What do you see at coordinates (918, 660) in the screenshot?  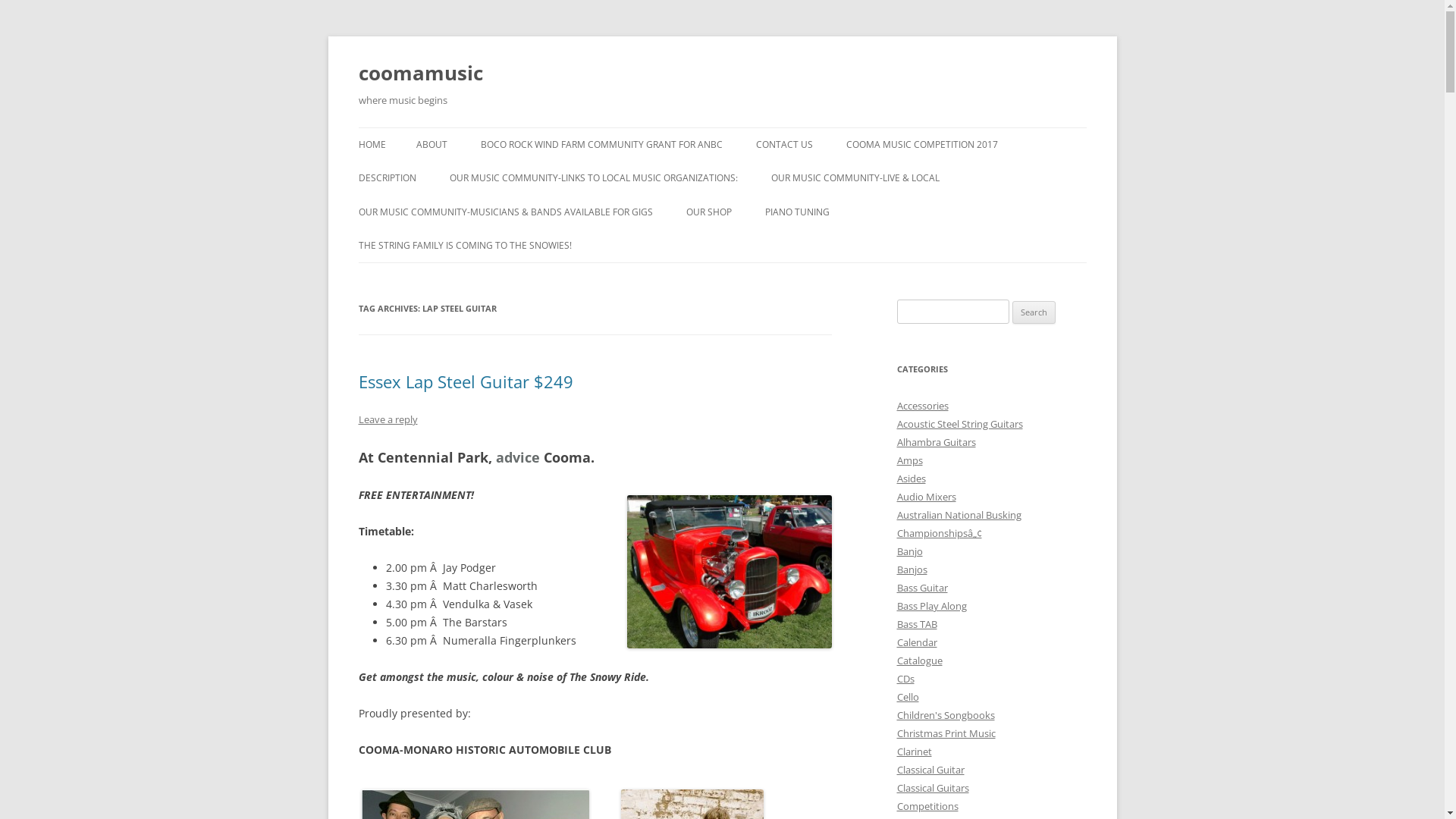 I see `'Catalogue'` at bounding box center [918, 660].